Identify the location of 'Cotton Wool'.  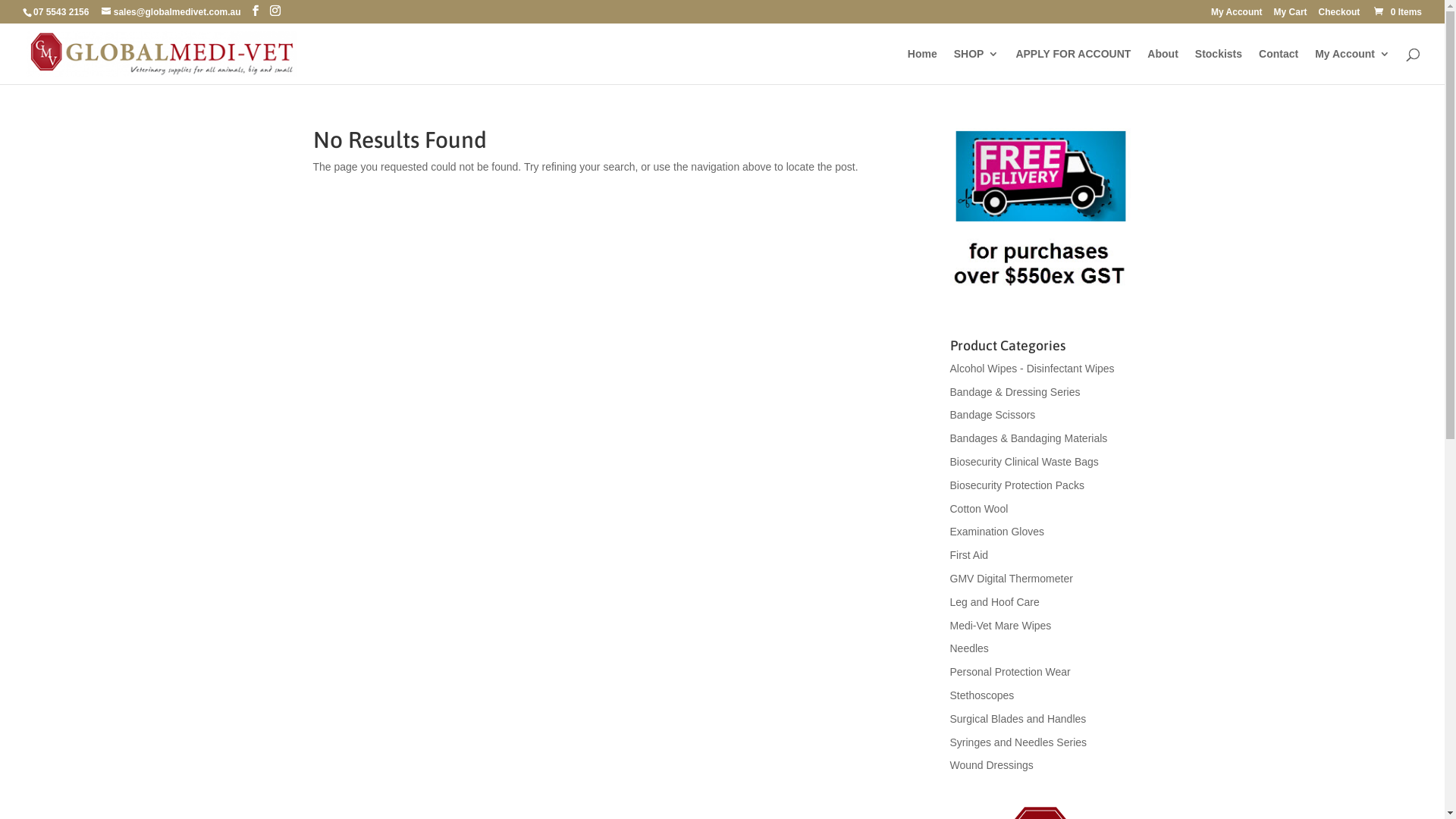
(978, 509).